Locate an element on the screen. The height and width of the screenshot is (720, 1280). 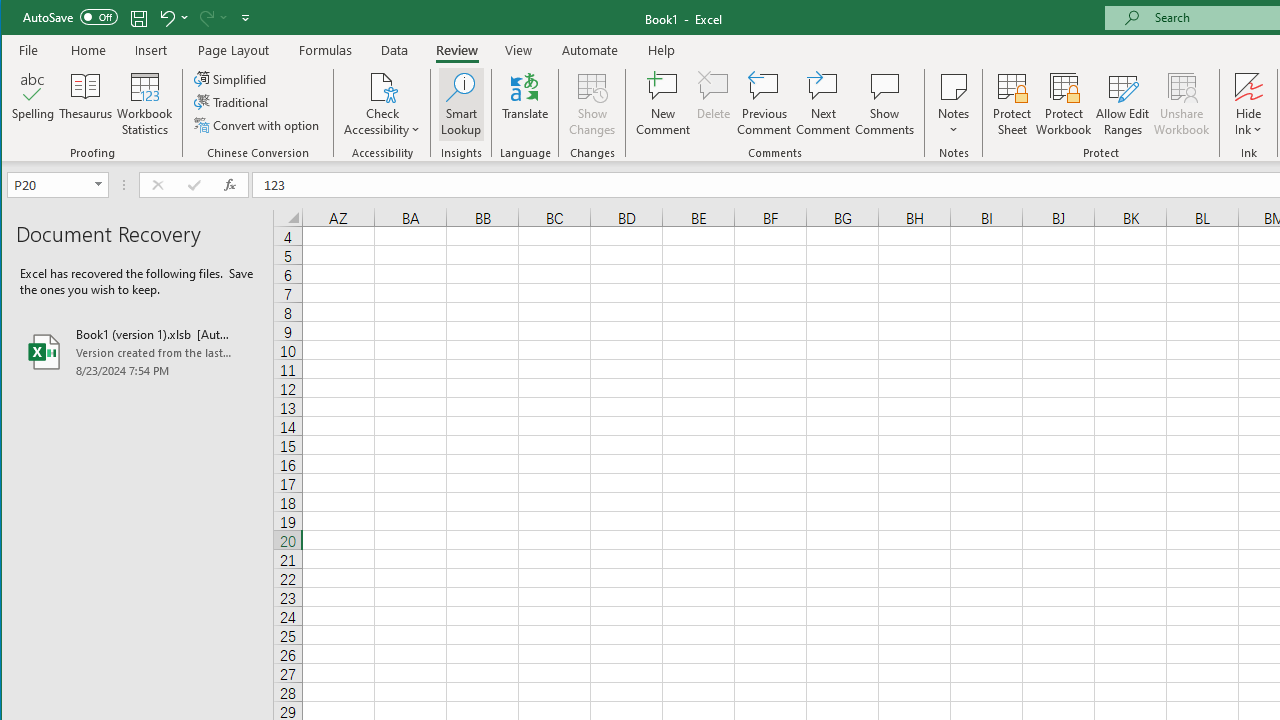
'Protect Workbook...' is located at coordinates (1063, 104).